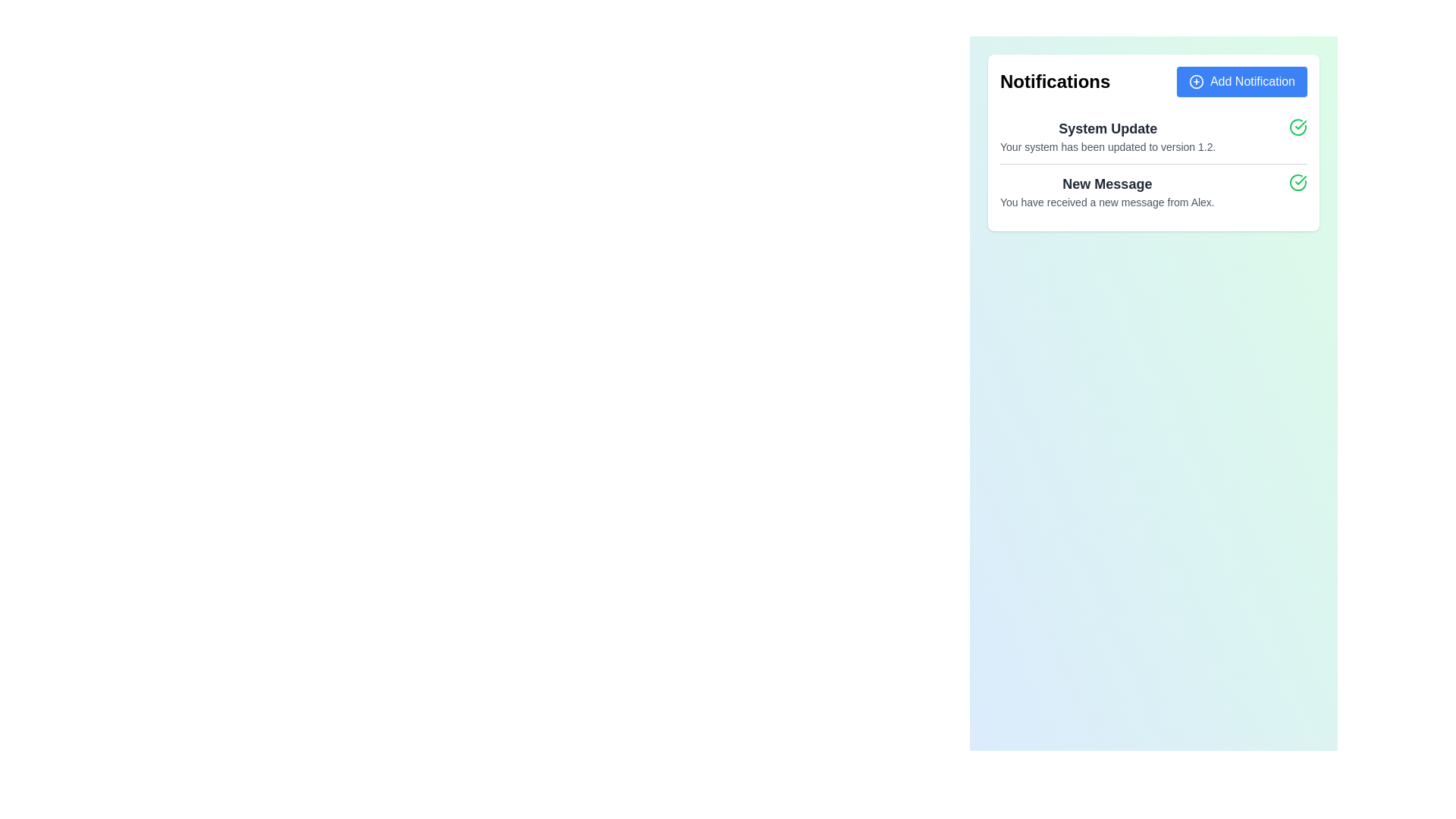  Describe the element at coordinates (1107, 201) in the screenshot. I see `the text segment that displays 'You have received a new message from Alex.', which is styled in gray and located beneath the heading 'New Message' in the notifications panel` at that location.